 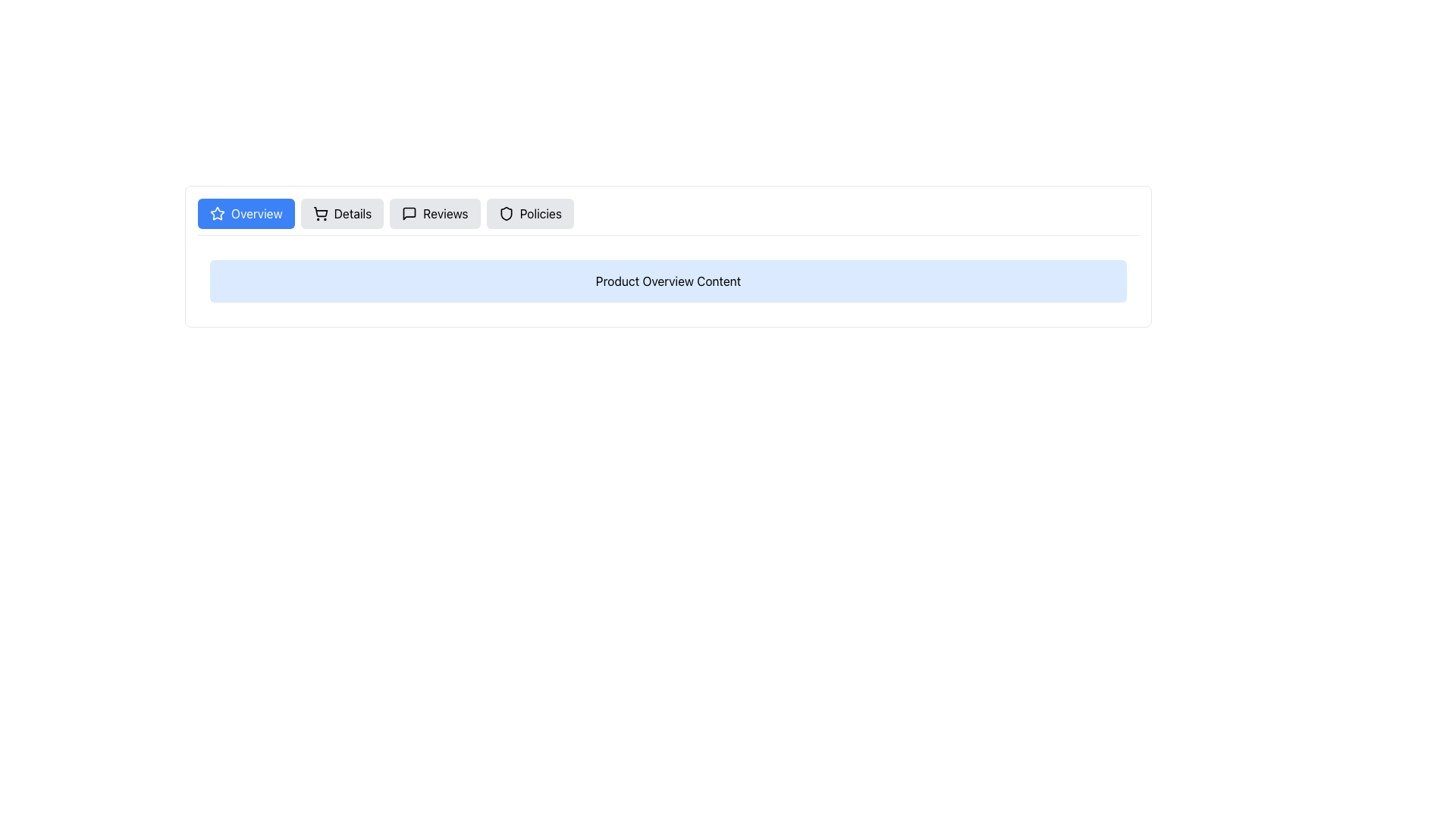 I want to click on the star icon located to the left of the 'Overview' text in the first tab of the top-left section of the interface, so click(x=217, y=213).